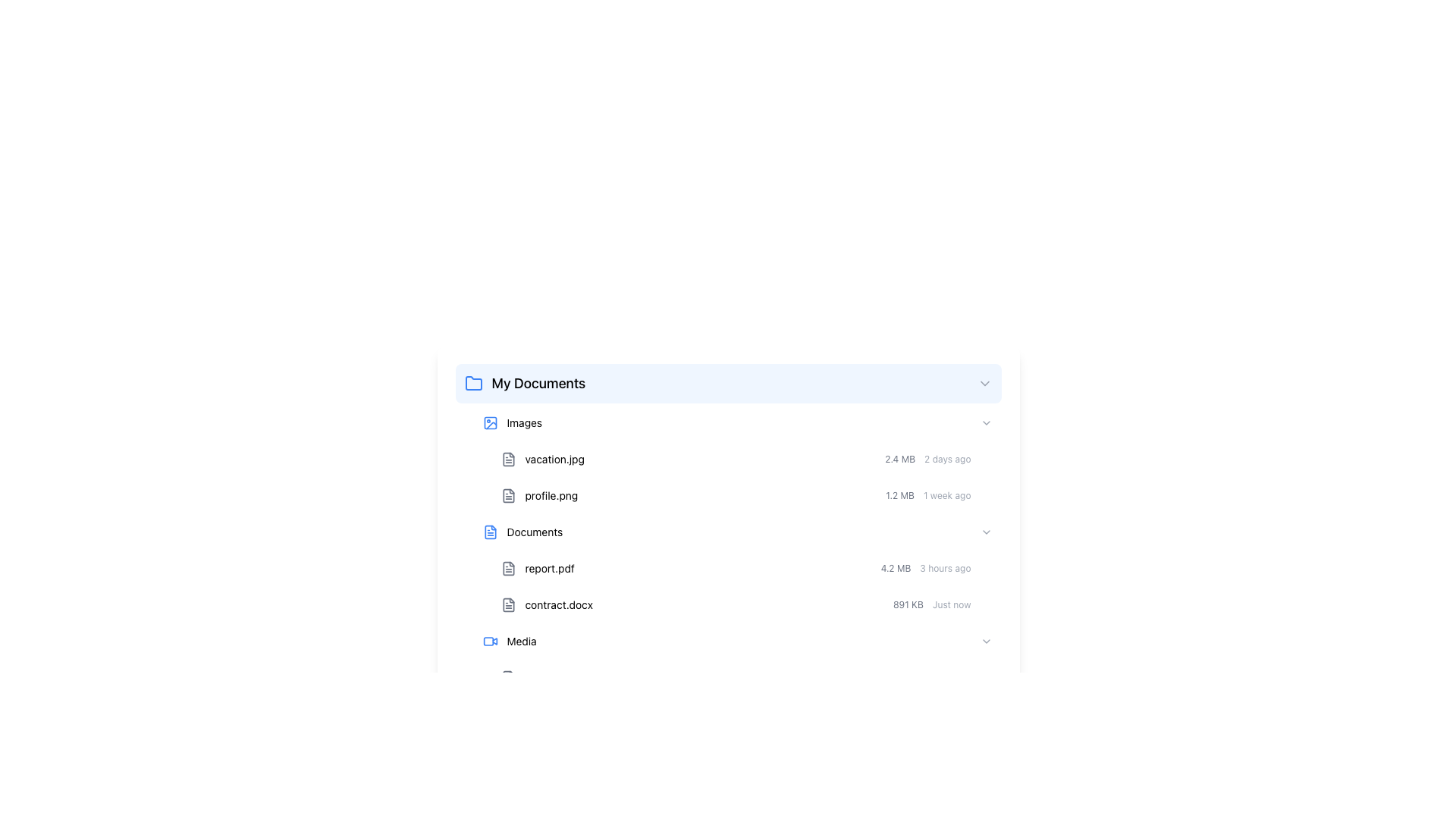  Describe the element at coordinates (936, 568) in the screenshot. I see `the informational text group that provides metadata about the 'report.pdf' file, which is located in the file list under the 'Documents' section, specifically beneath the 'profile.png' entry` at that location.